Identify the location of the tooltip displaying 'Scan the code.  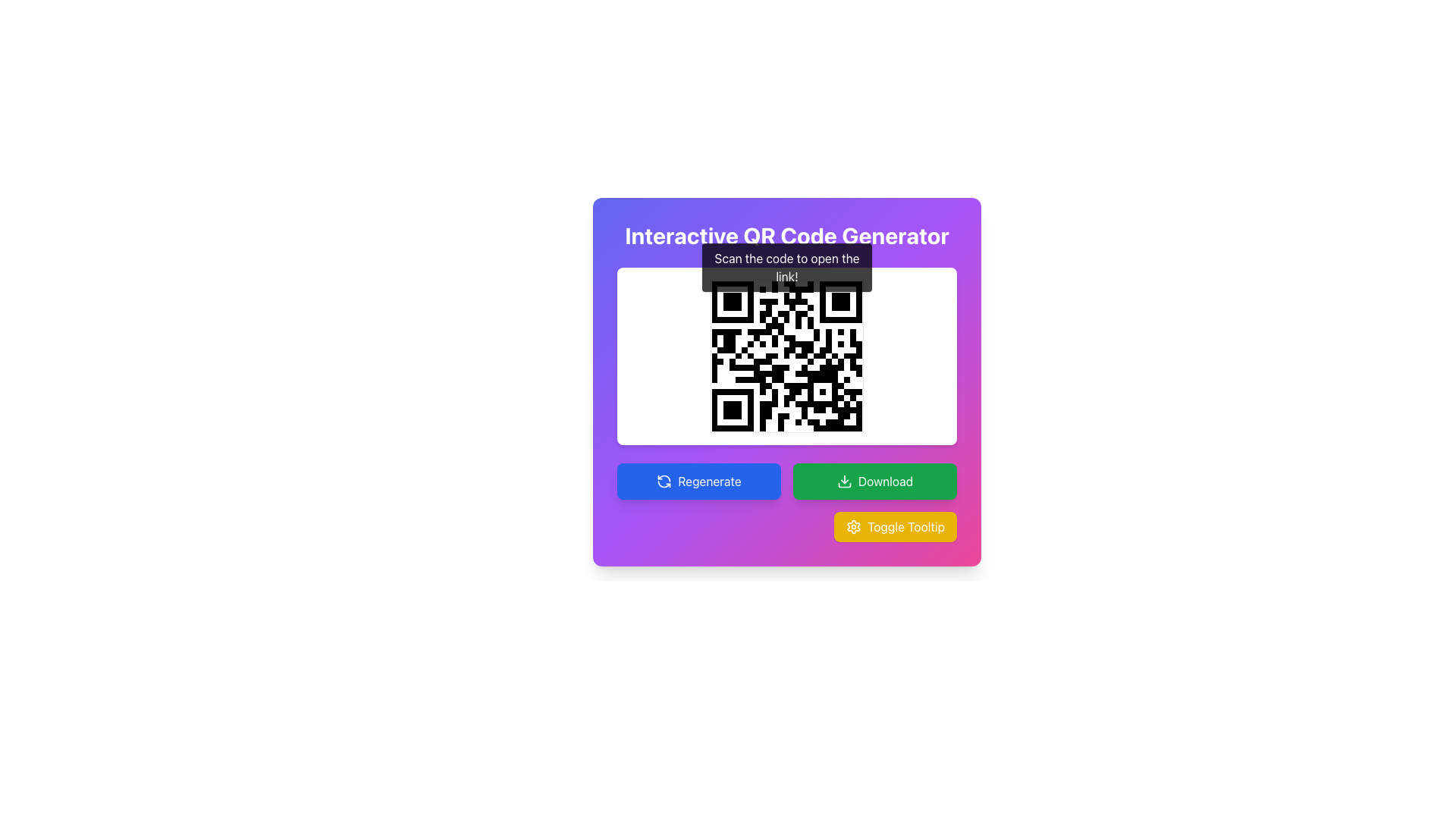
(786, 267).